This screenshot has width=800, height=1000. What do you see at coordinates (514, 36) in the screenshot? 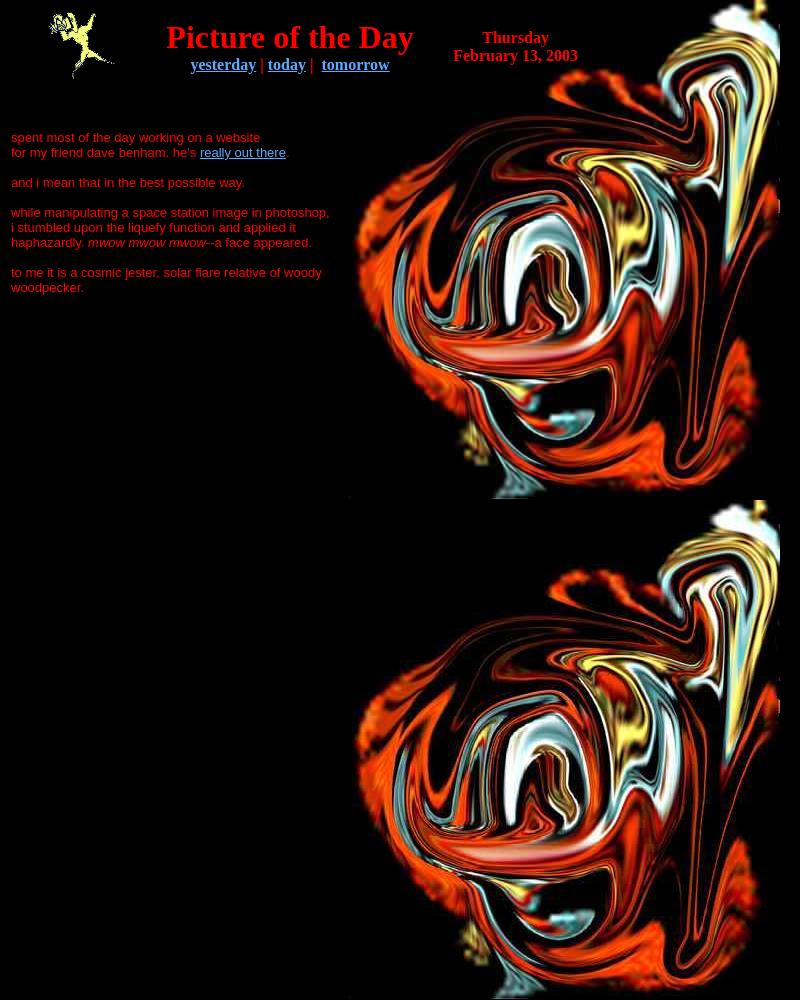
I see `'Thursday'` at bounding box center [514, 36].